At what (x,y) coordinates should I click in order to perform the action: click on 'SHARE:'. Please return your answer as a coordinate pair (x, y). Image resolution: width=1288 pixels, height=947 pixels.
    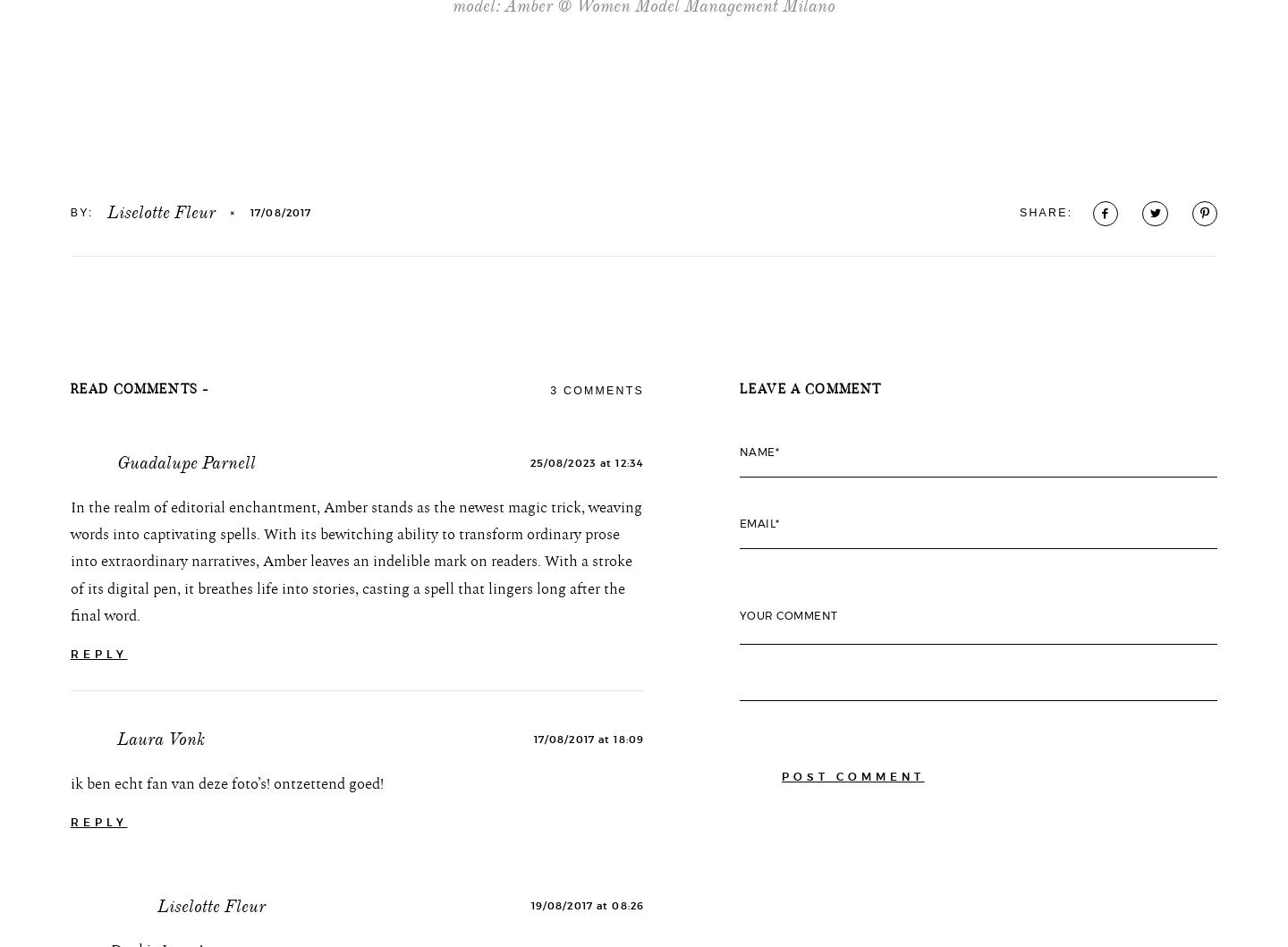
    Looking at the image, I should click on (1045, 332).